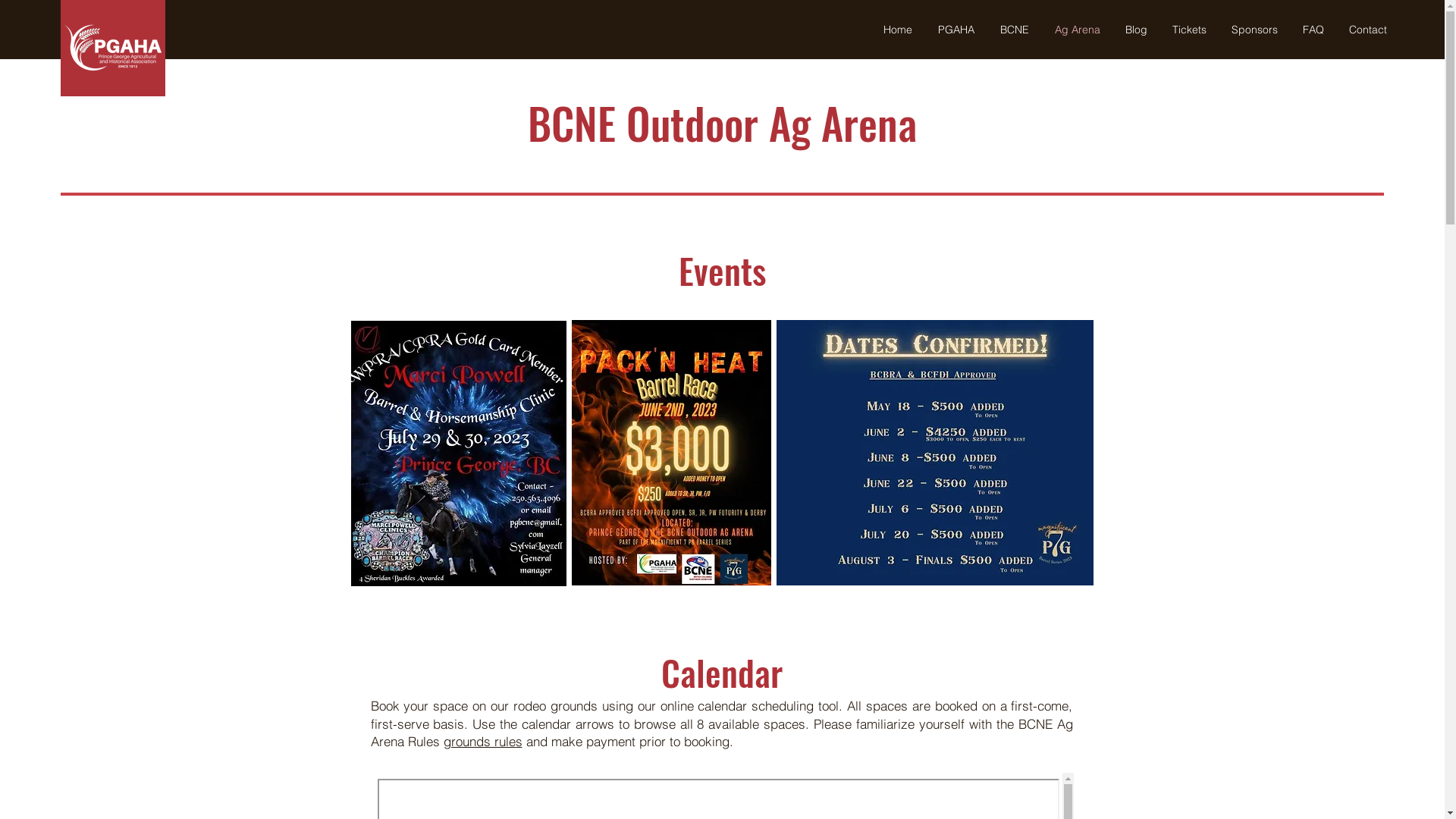 The image size is (1456, 819). I want to click on 'grounds rules', so click(481, 740).